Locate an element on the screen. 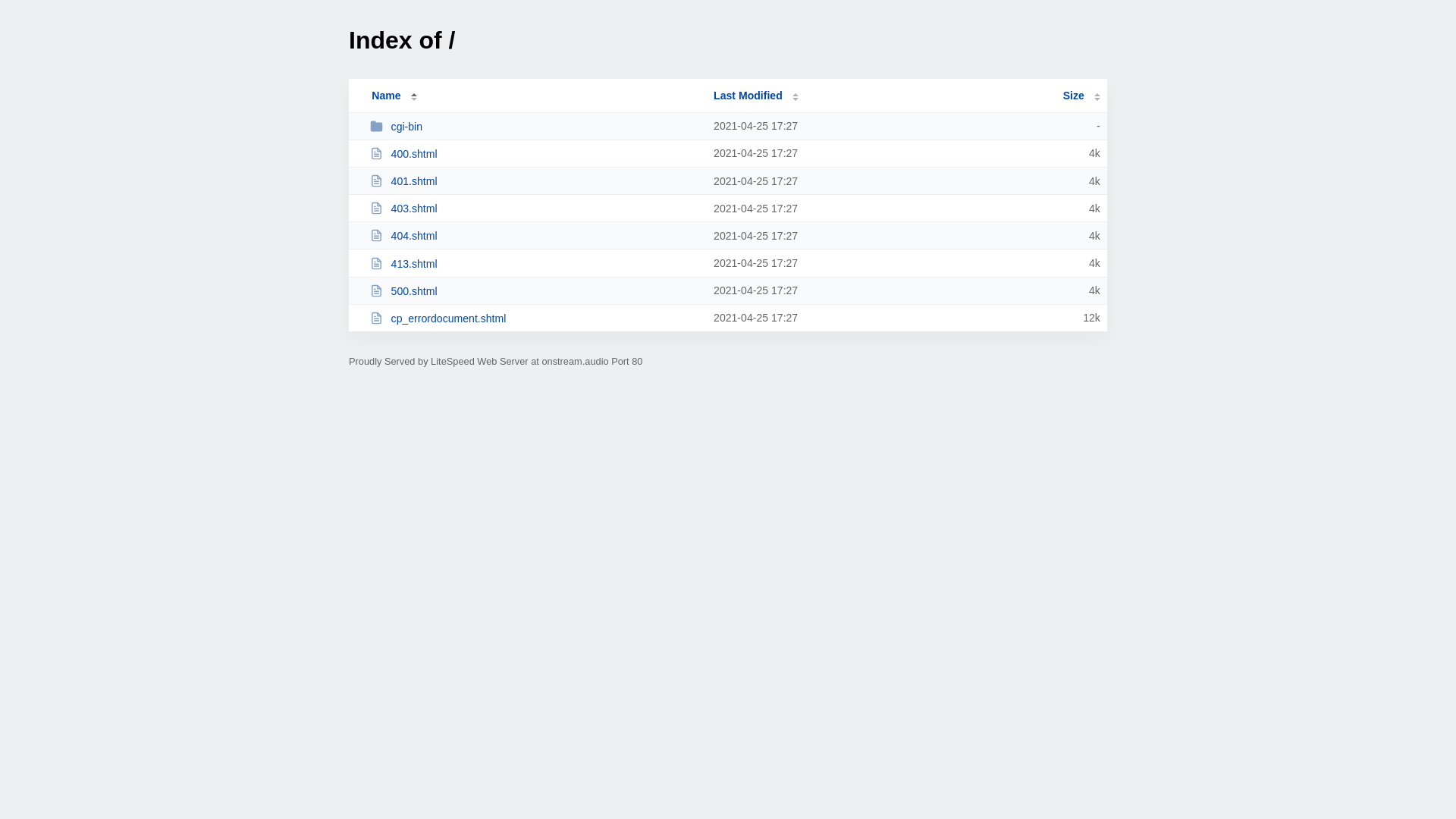  '401.shtml' is located at coordinates (535, 180).